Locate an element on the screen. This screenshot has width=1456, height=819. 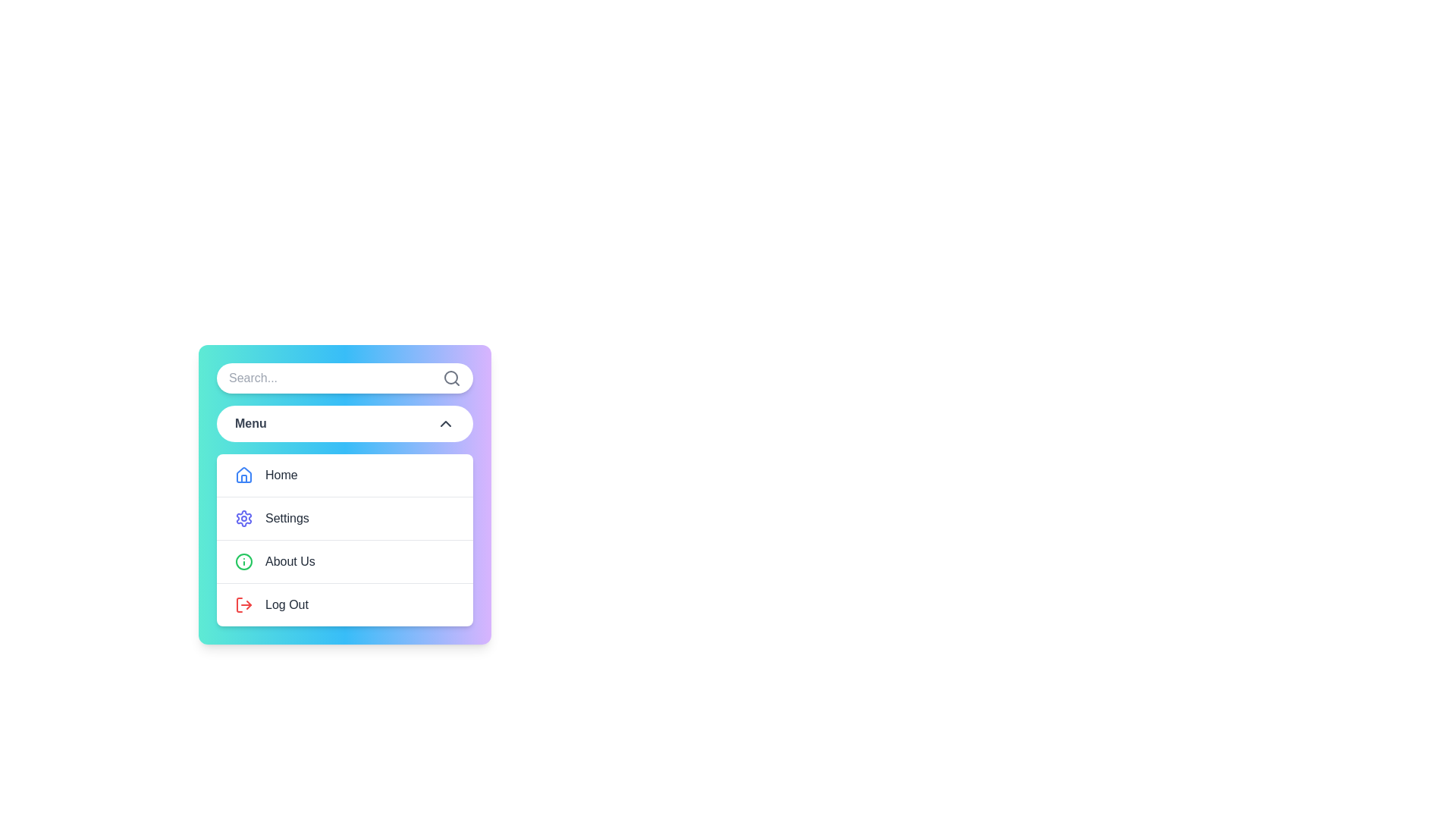
the 'Log Out' menu item, which features a red icon and is located at the bottom of the vertical menu stack is located at coordinates (239, 604).